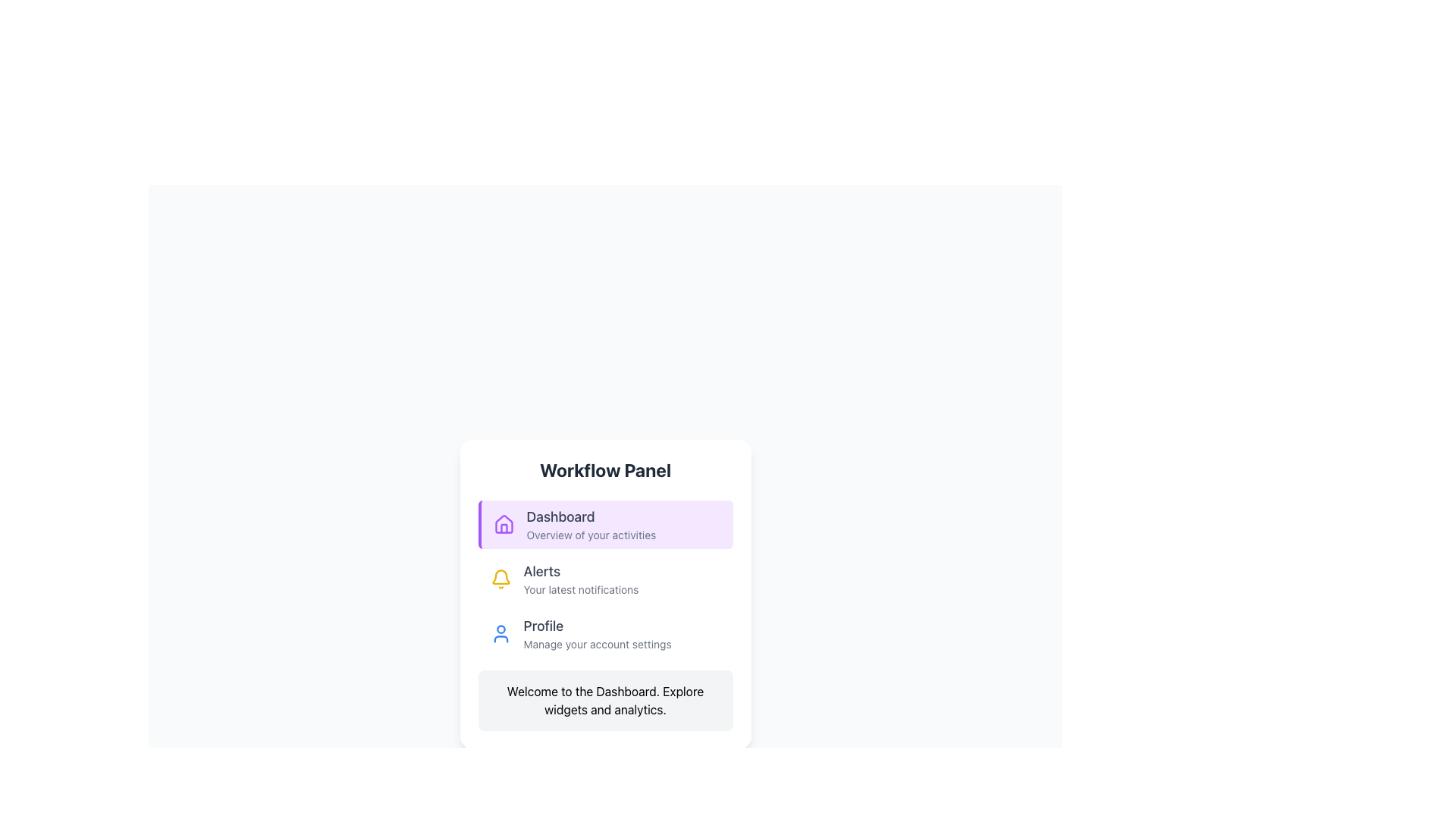 Image resolution: width=1456 pixels, height=819 pixels. Describe the element at coordinates (604, 579) in the screenshot. I see `the 'Alerts' menu item in the Workflow Panel` at that location.